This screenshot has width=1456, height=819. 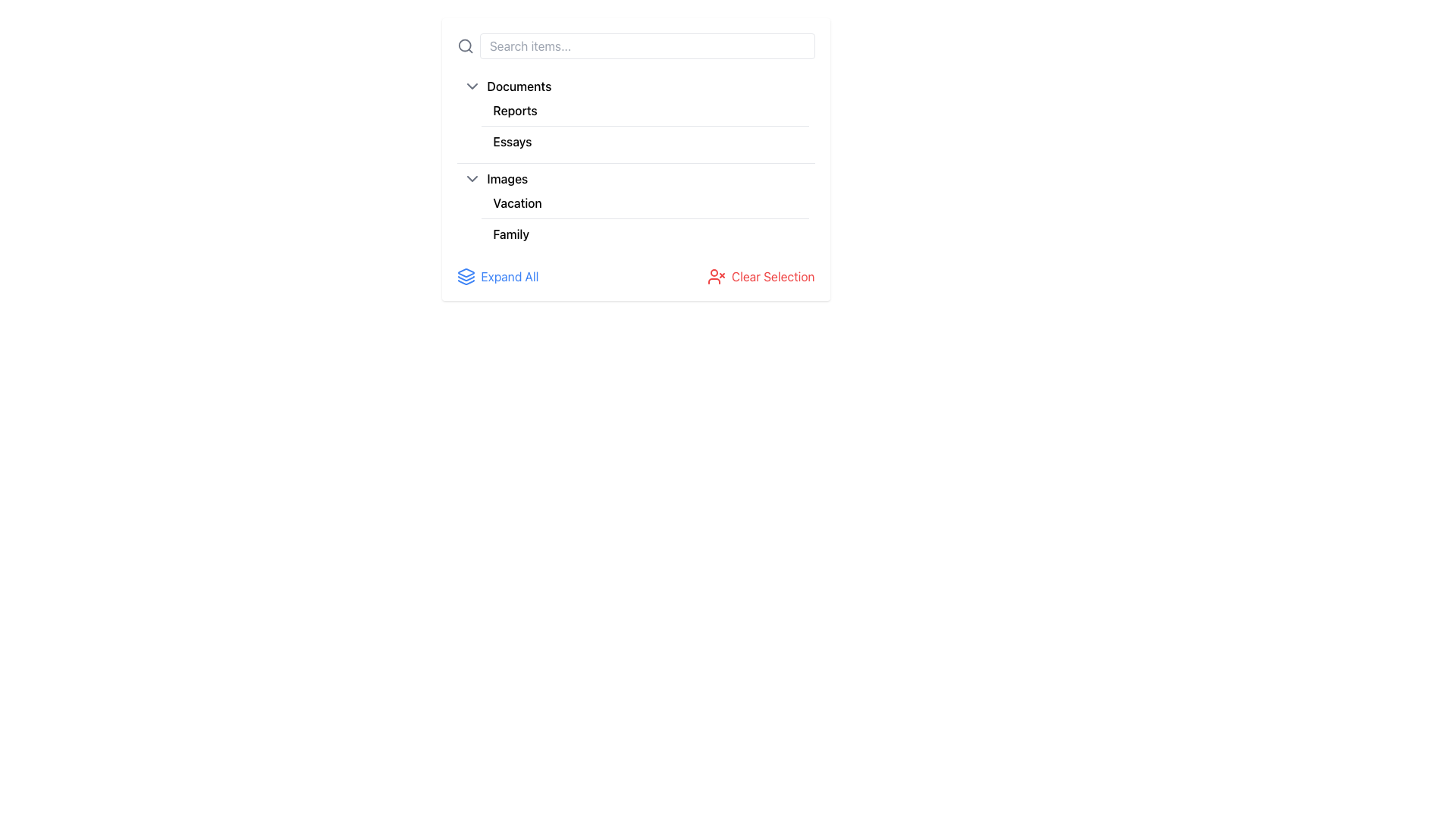 What do you see at coordinates (511, 234) in the screenshot?
I see `the Text Label that indicates a sub-item under the 'Images' header, positioned below the 'Vacation' list item` at bounding box center [511, 234].